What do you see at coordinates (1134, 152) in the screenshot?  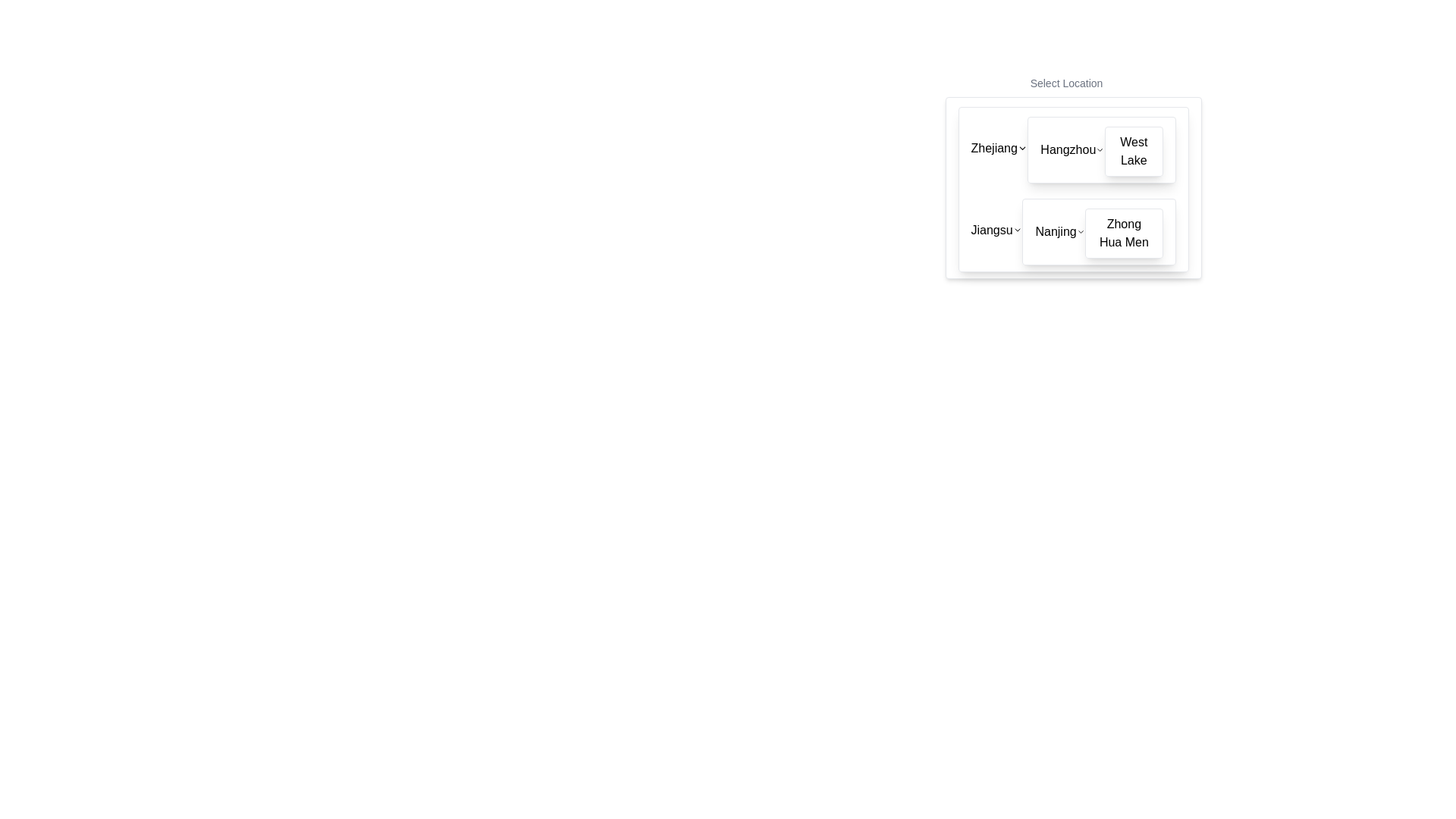 I see `the 'West Lake' option, which is represented as a Text element within an interactive button-like component located at the top-right corner of a two-by-two grid layout, adjacent to 'Hangzhou'` at bounding box center [1134, 152].